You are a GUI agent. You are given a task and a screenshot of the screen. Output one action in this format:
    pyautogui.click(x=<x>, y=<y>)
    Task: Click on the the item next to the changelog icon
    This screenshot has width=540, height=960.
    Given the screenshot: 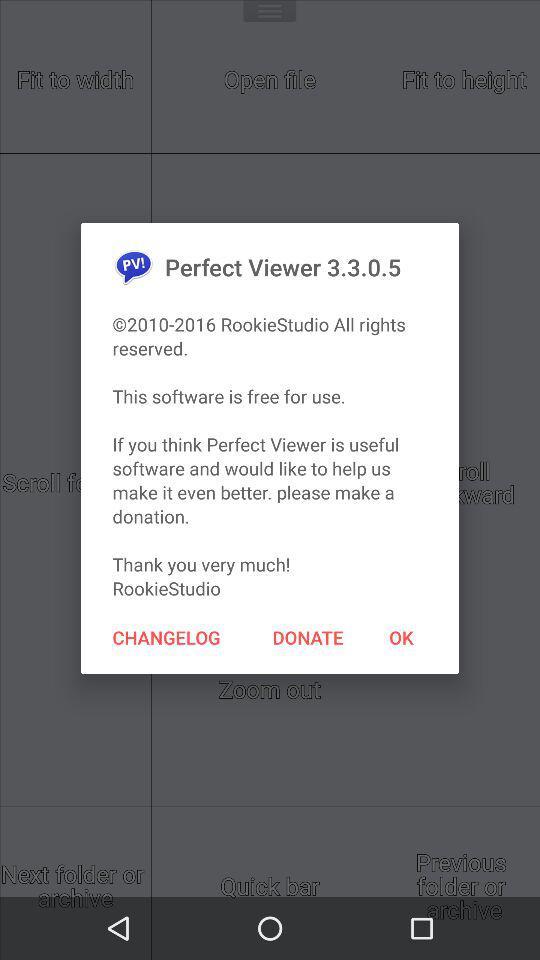 What is the action you would take?
    pyautogui.click(x=308, y=636)
    